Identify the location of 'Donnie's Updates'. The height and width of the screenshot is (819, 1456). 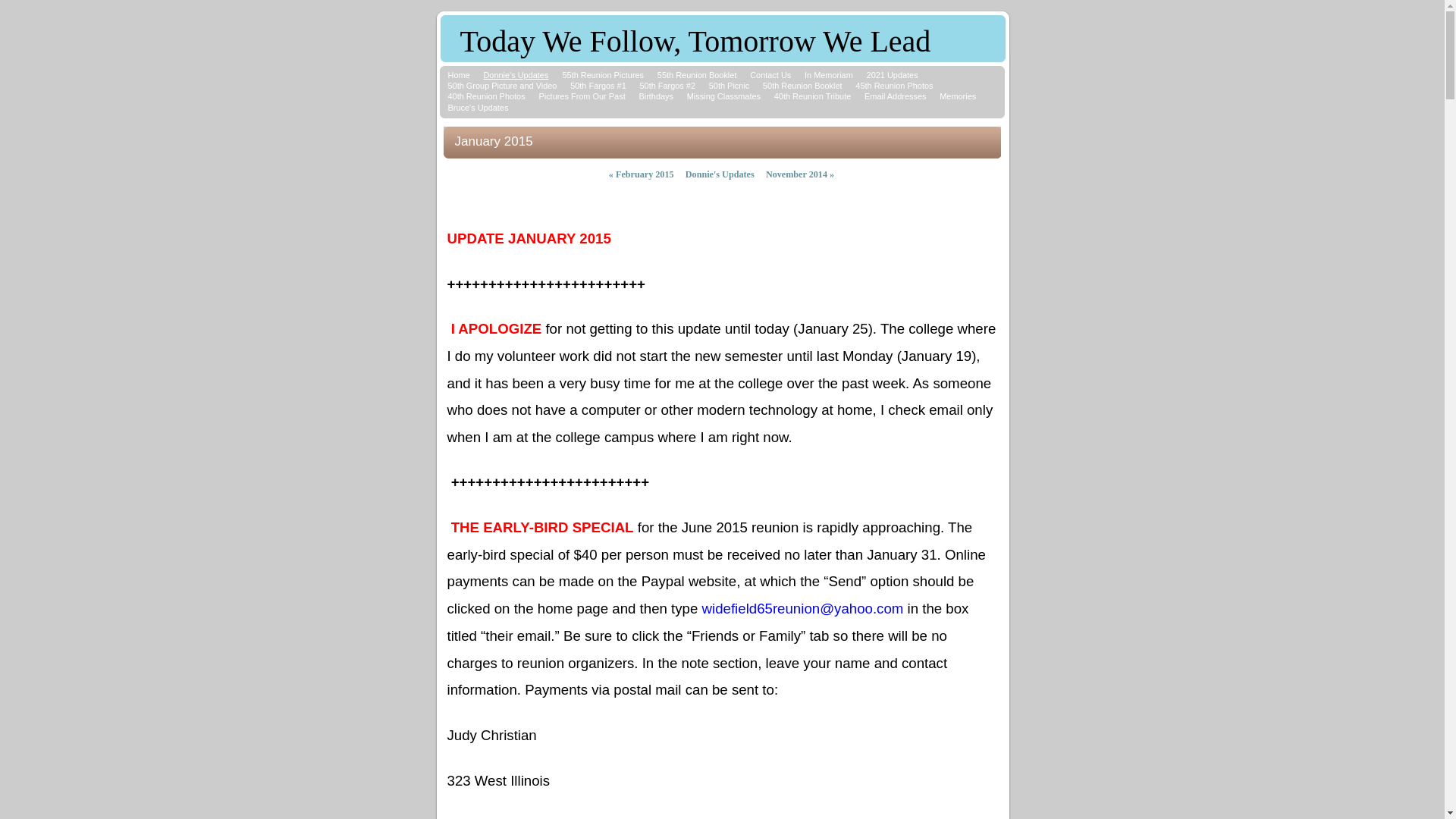
(719, 174).